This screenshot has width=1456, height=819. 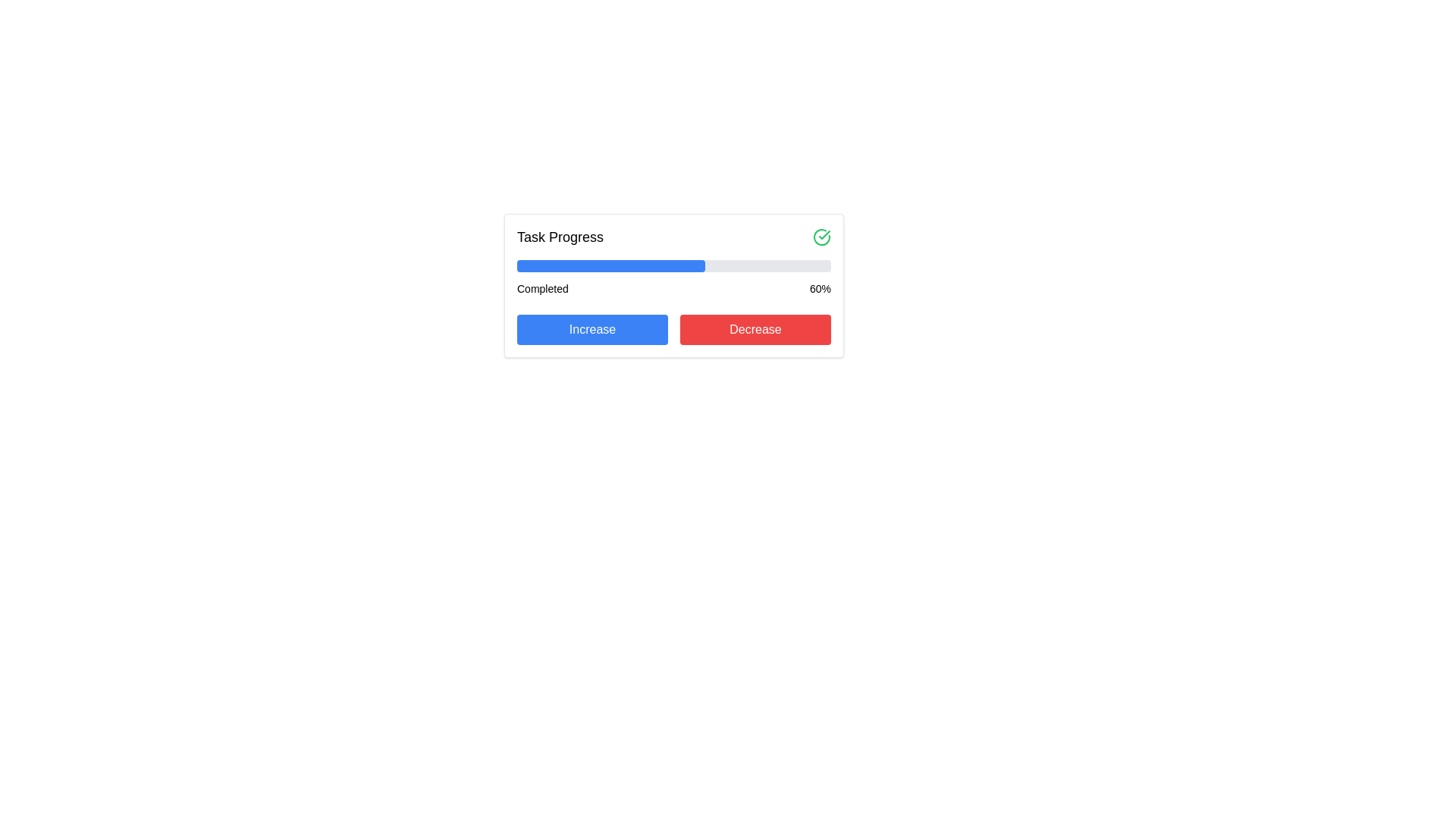 I want to click on the green circular checkmark icon indicating completion, located in the top-right corner of the 'Task Progress' section, adjacent to the 'Task Progress' title text, so click(x=821, y=237).